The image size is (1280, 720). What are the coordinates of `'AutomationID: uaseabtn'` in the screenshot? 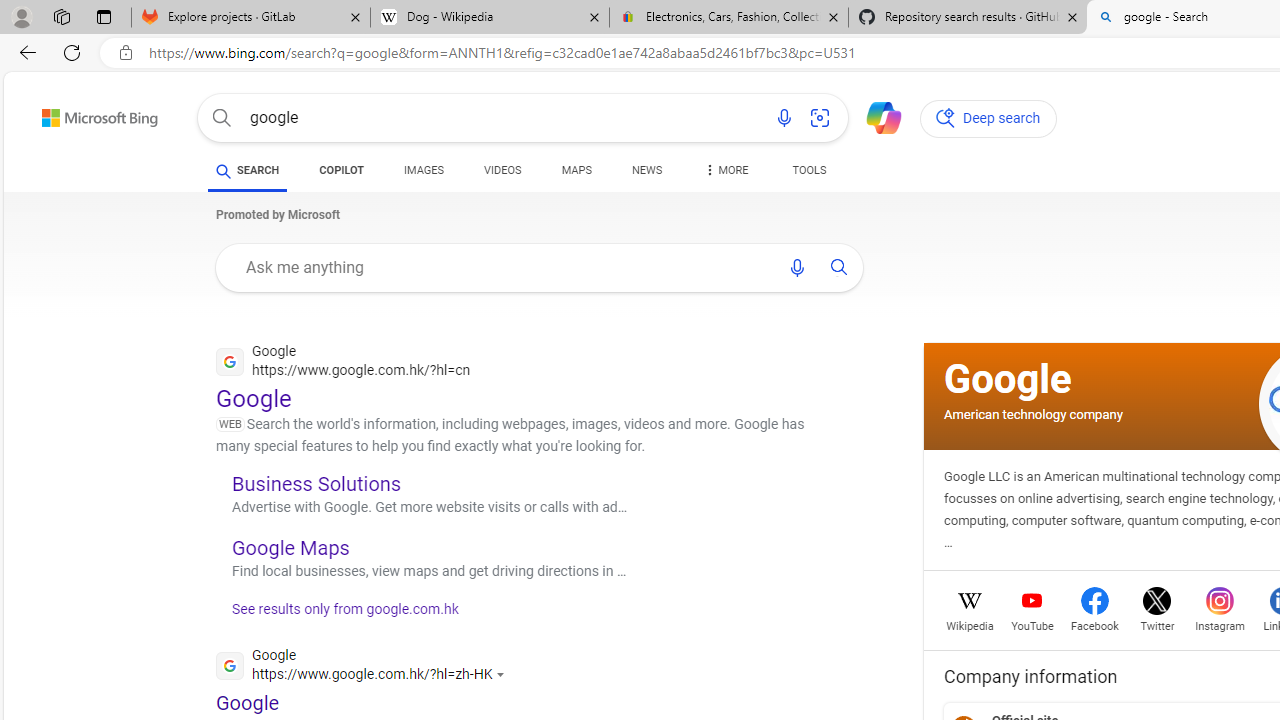 It's located at (839, 266).